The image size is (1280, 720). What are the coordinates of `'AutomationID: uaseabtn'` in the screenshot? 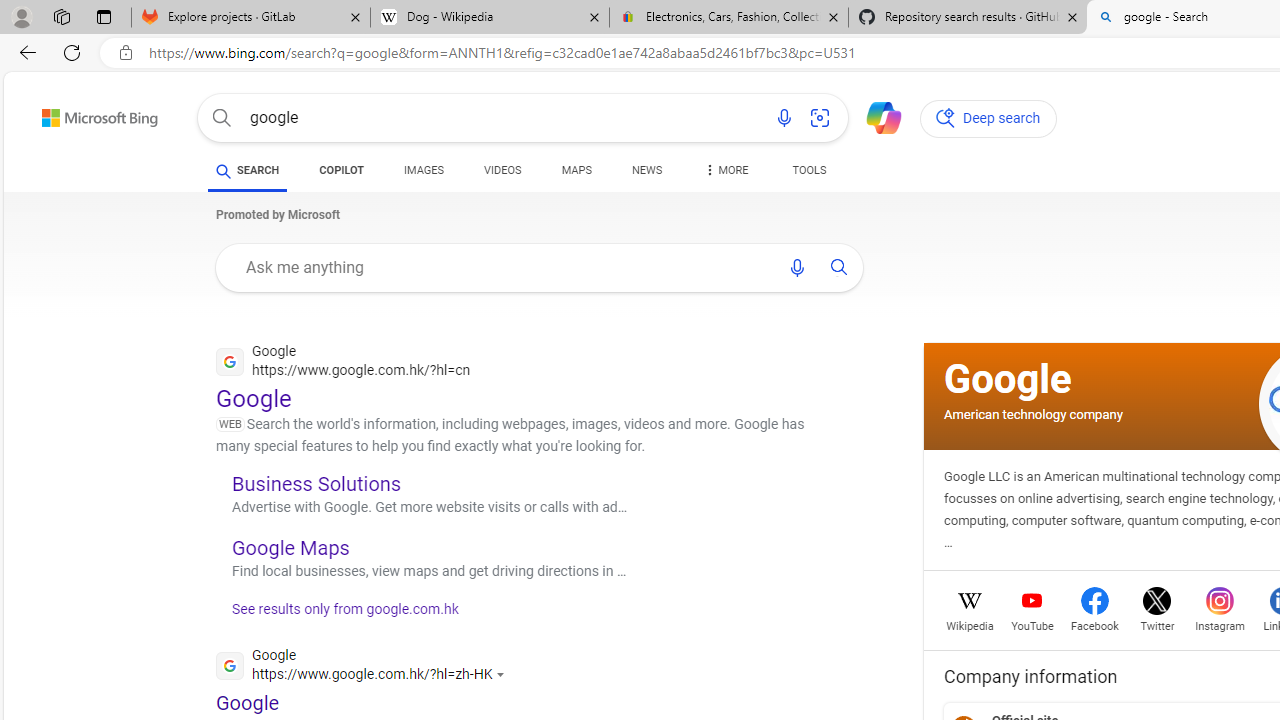 It's located at (839, 266).